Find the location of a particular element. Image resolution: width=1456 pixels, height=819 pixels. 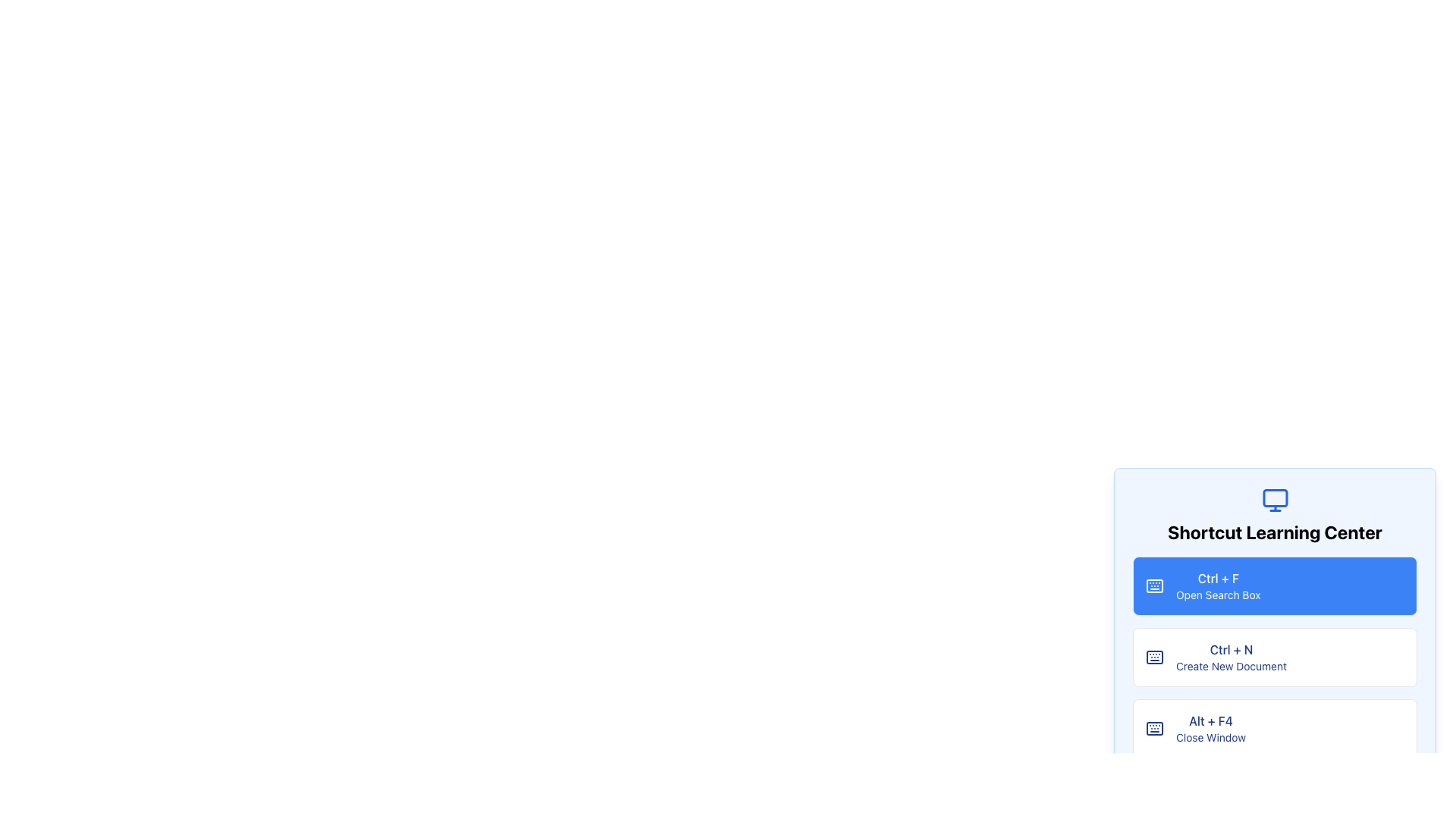

the blue computer monitor icon located at the top of the 'Shortcut Learning Center' banner, above the text 'Shortcut Learning Center.' is located at coordinates (1274, 500).